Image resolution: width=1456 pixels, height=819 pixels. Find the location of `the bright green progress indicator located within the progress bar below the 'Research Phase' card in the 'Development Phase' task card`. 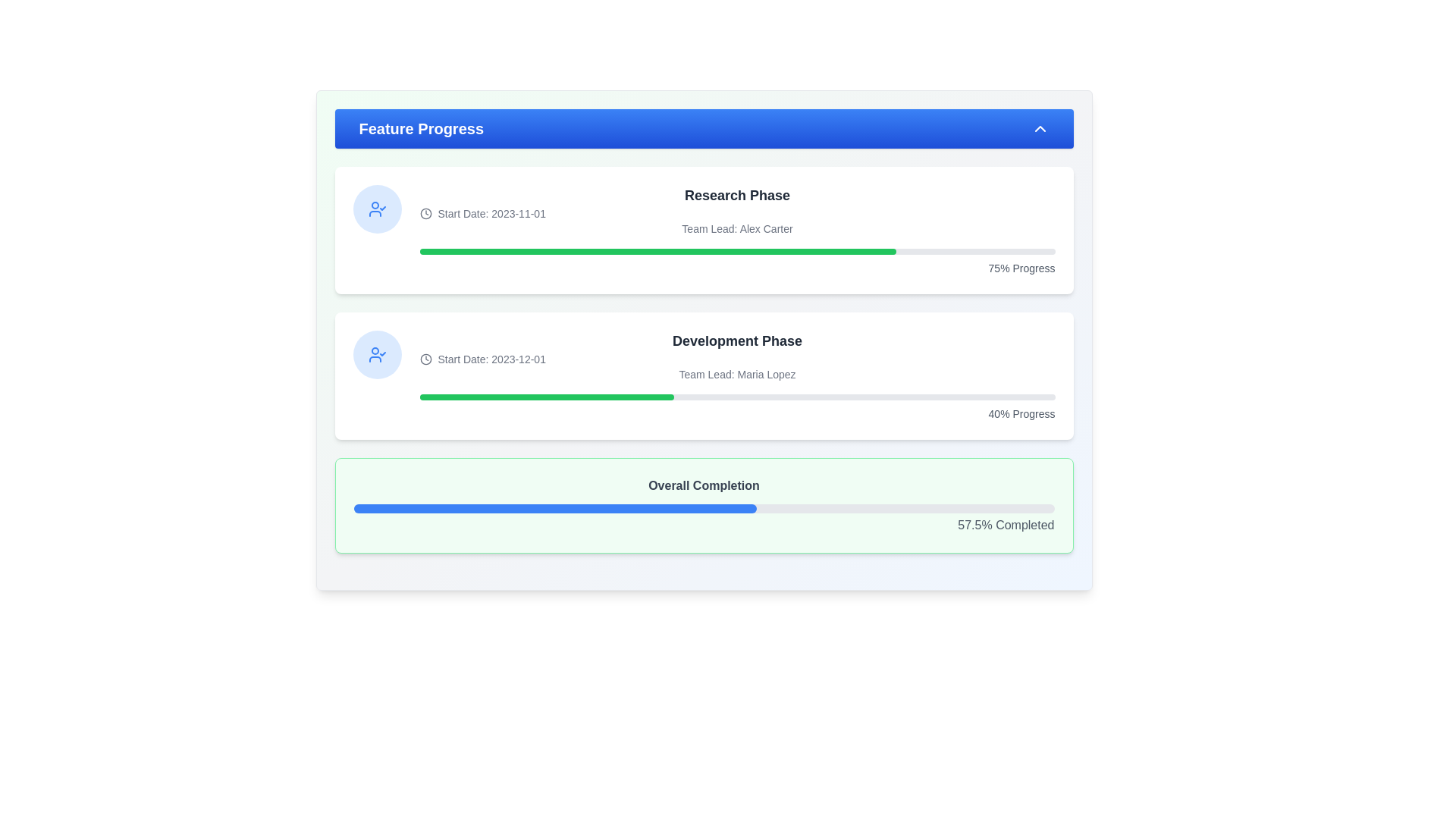

the bright green progress indicator located within the progress bar below the 'Research Phase' card in the 'Development Phase' task card is located at coordinates (546, 397).